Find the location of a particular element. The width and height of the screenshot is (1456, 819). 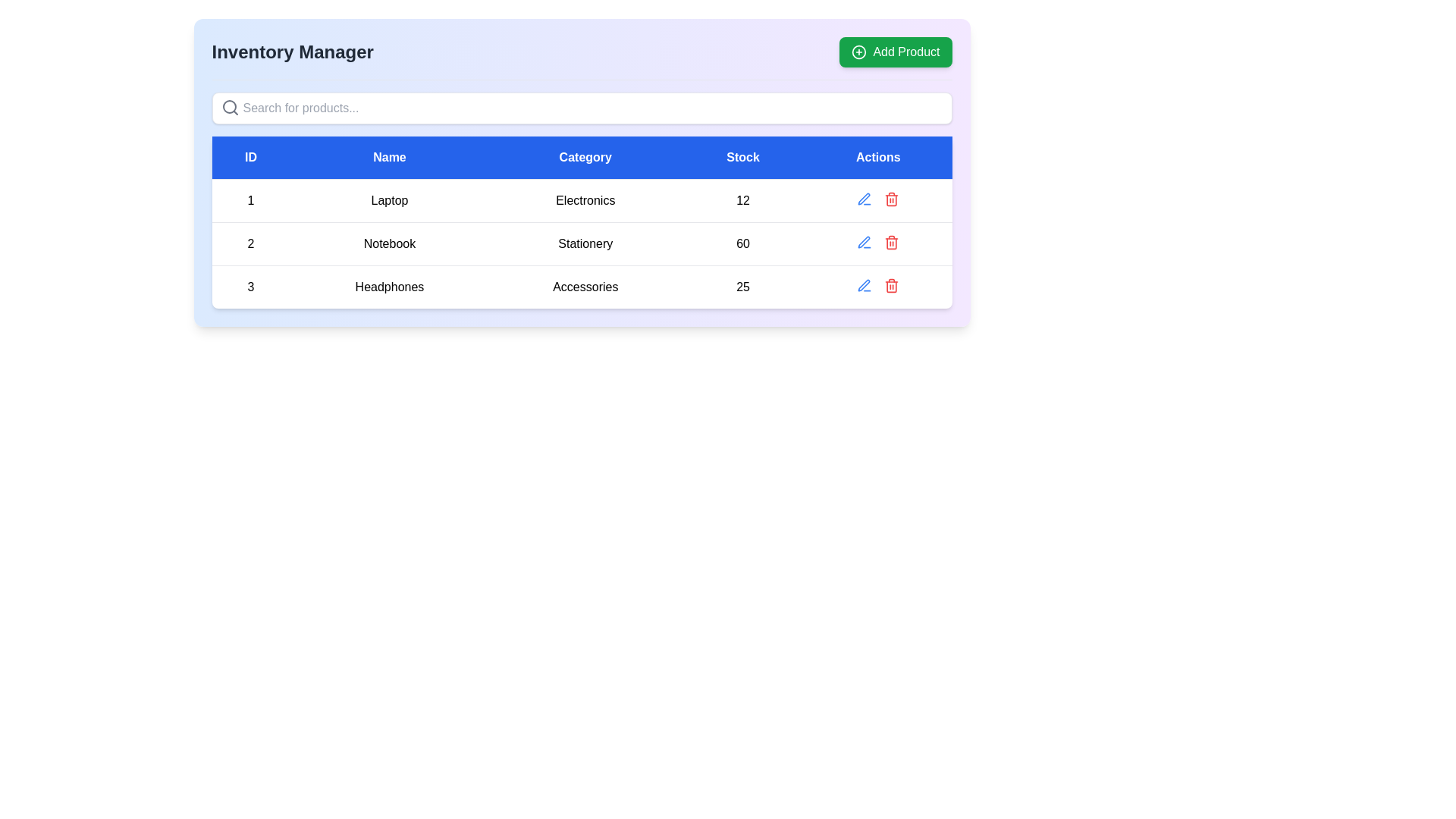

the 'Category' text label in the second row of the table, which represents the product category 'Notebook' is located at coordinates (585, 243).